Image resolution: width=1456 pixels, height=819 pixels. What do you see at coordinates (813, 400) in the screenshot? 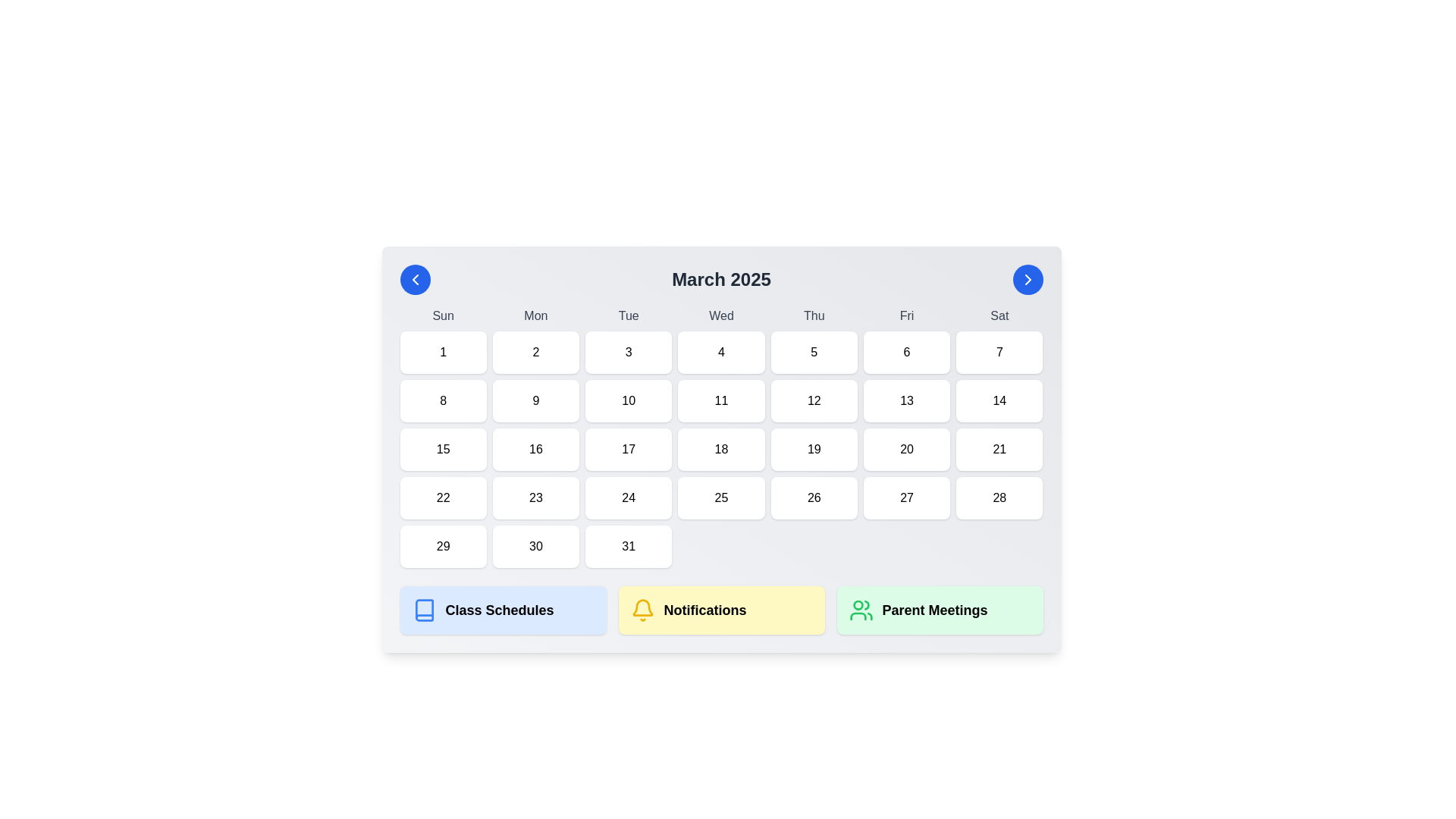
I see `the calendar date cell displaying the number '12' under the 'Thu' header` at bounding box center [813, 400].